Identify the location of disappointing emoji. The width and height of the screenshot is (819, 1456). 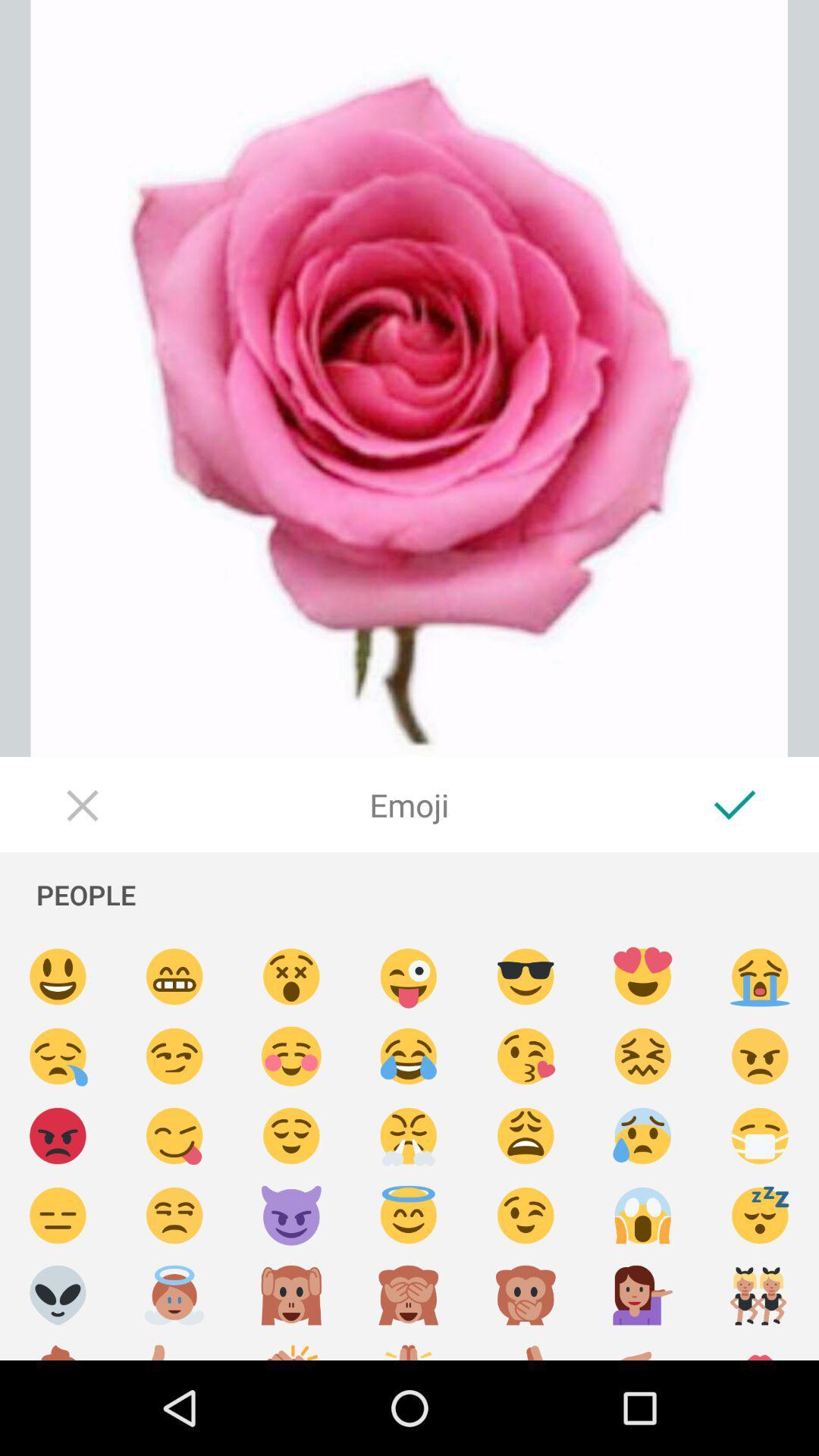
(57, 1216).